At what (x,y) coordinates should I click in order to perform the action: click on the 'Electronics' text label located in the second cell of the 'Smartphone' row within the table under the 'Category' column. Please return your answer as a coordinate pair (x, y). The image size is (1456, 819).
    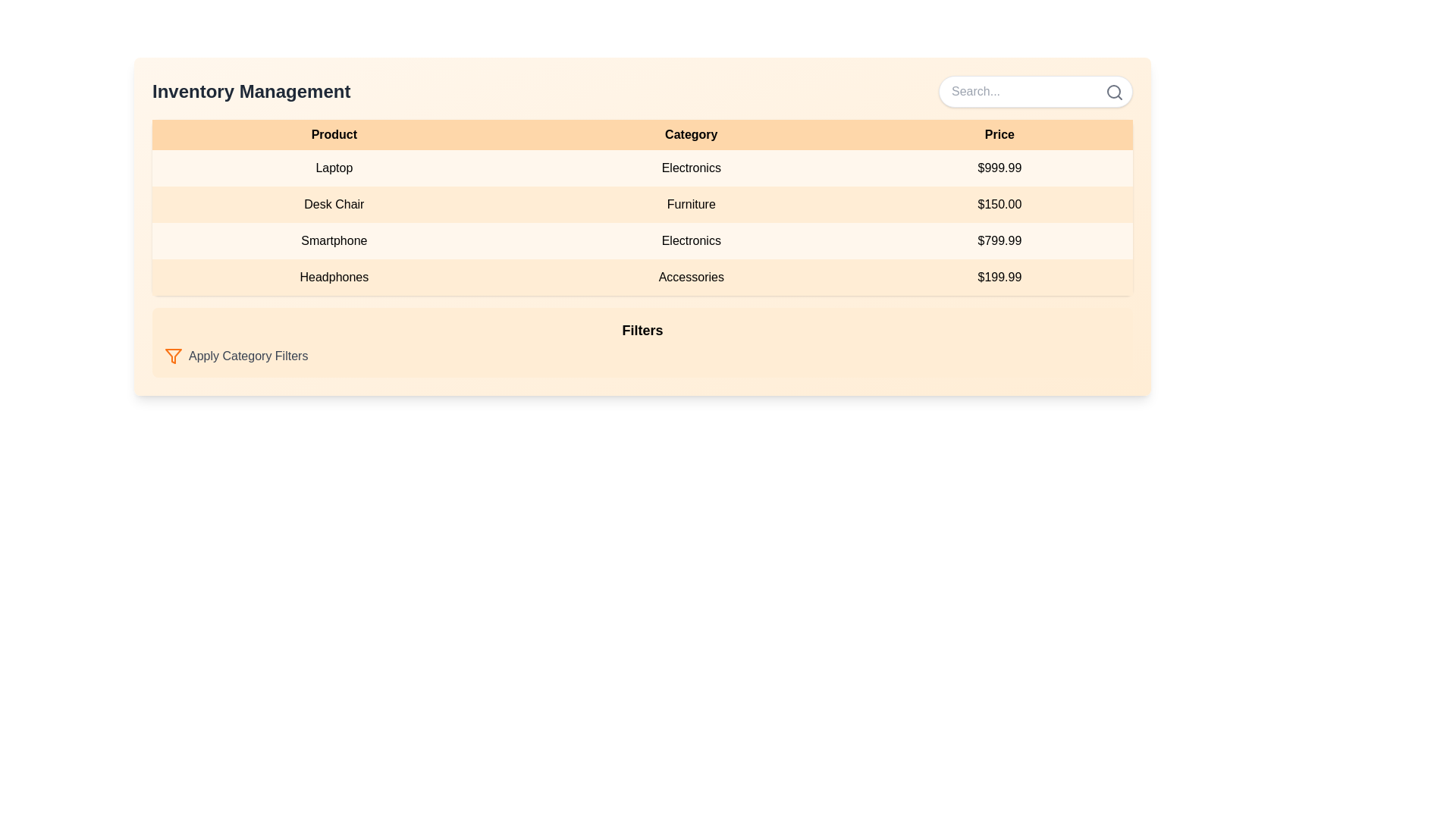
    Looking at the image, I should click on (690, 240).